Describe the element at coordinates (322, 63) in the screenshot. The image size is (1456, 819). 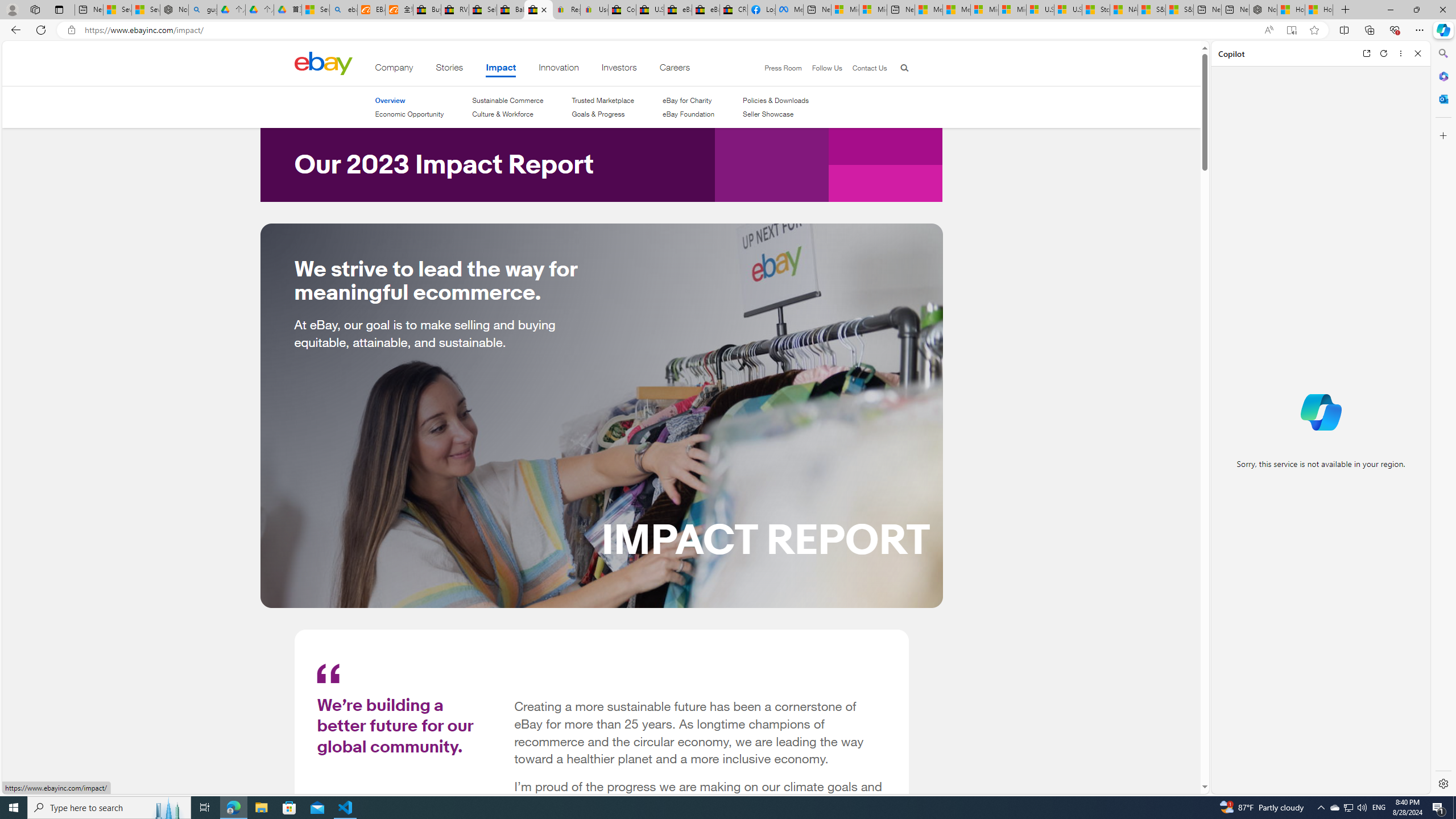
I see `'Class: desktop'` at that location.